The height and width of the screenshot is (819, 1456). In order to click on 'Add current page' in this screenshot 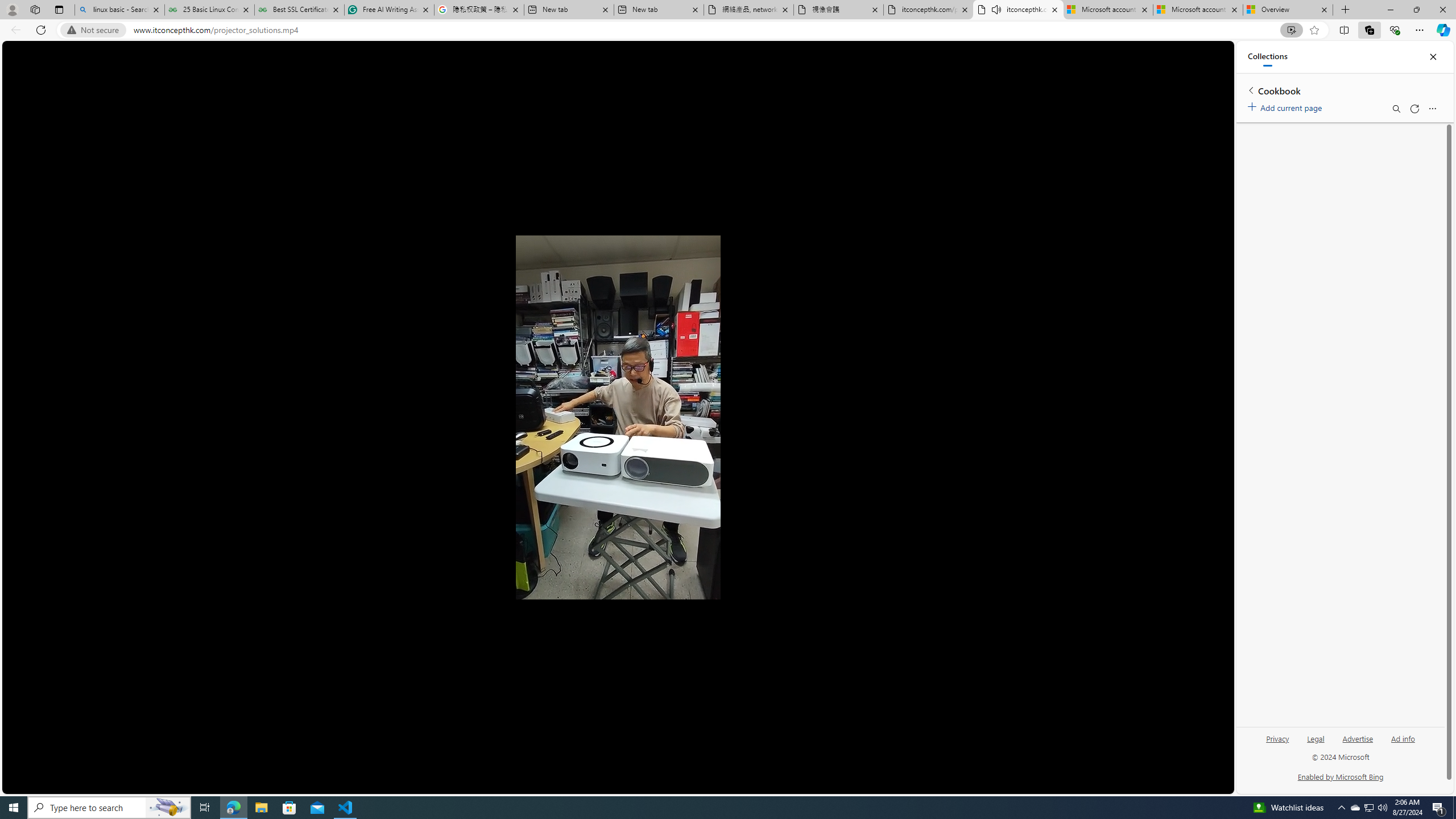, I will do `click(1287, 105)`.